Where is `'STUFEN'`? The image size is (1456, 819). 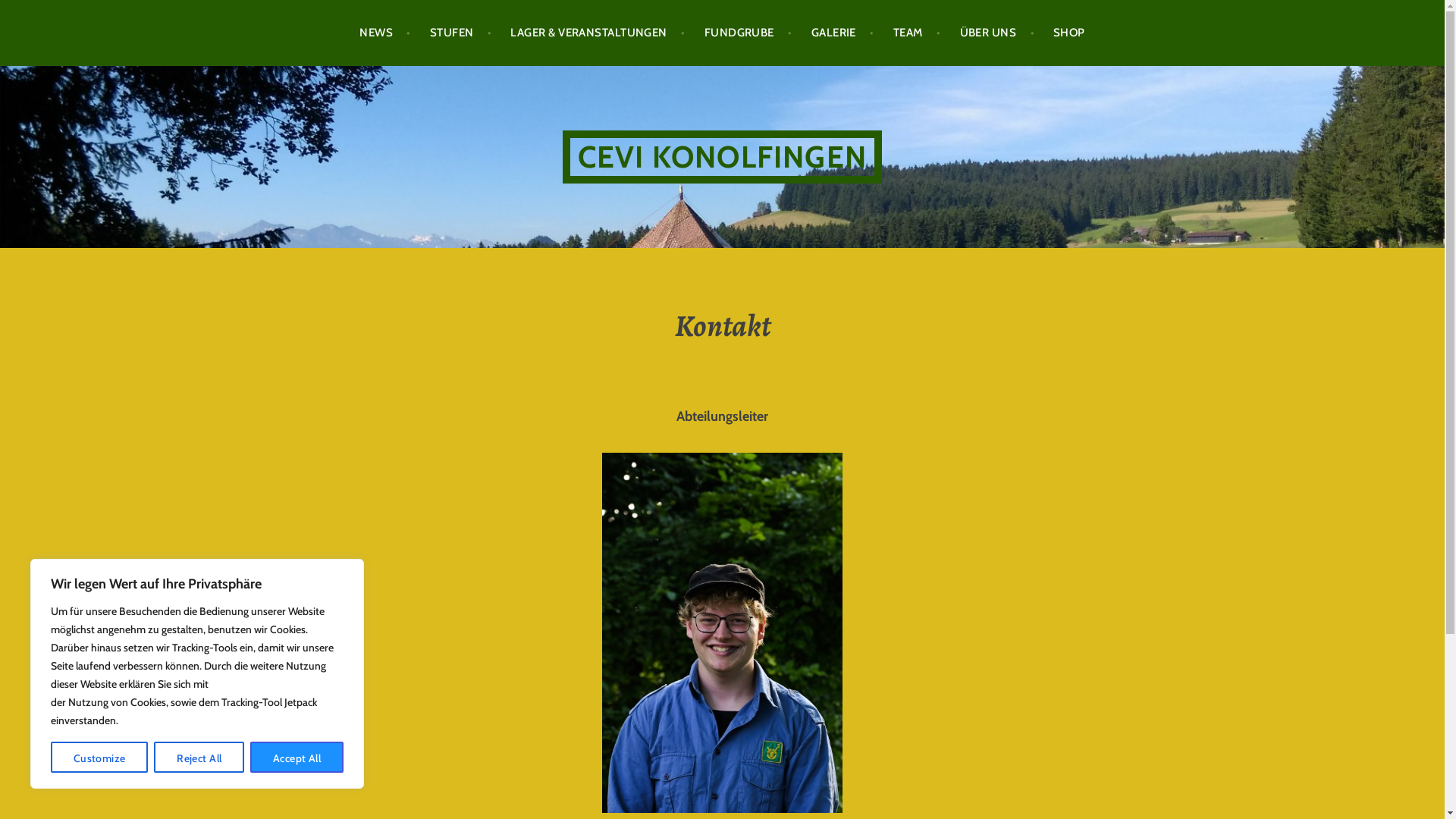
'STUFEN' is located at coordinates (460, 33).